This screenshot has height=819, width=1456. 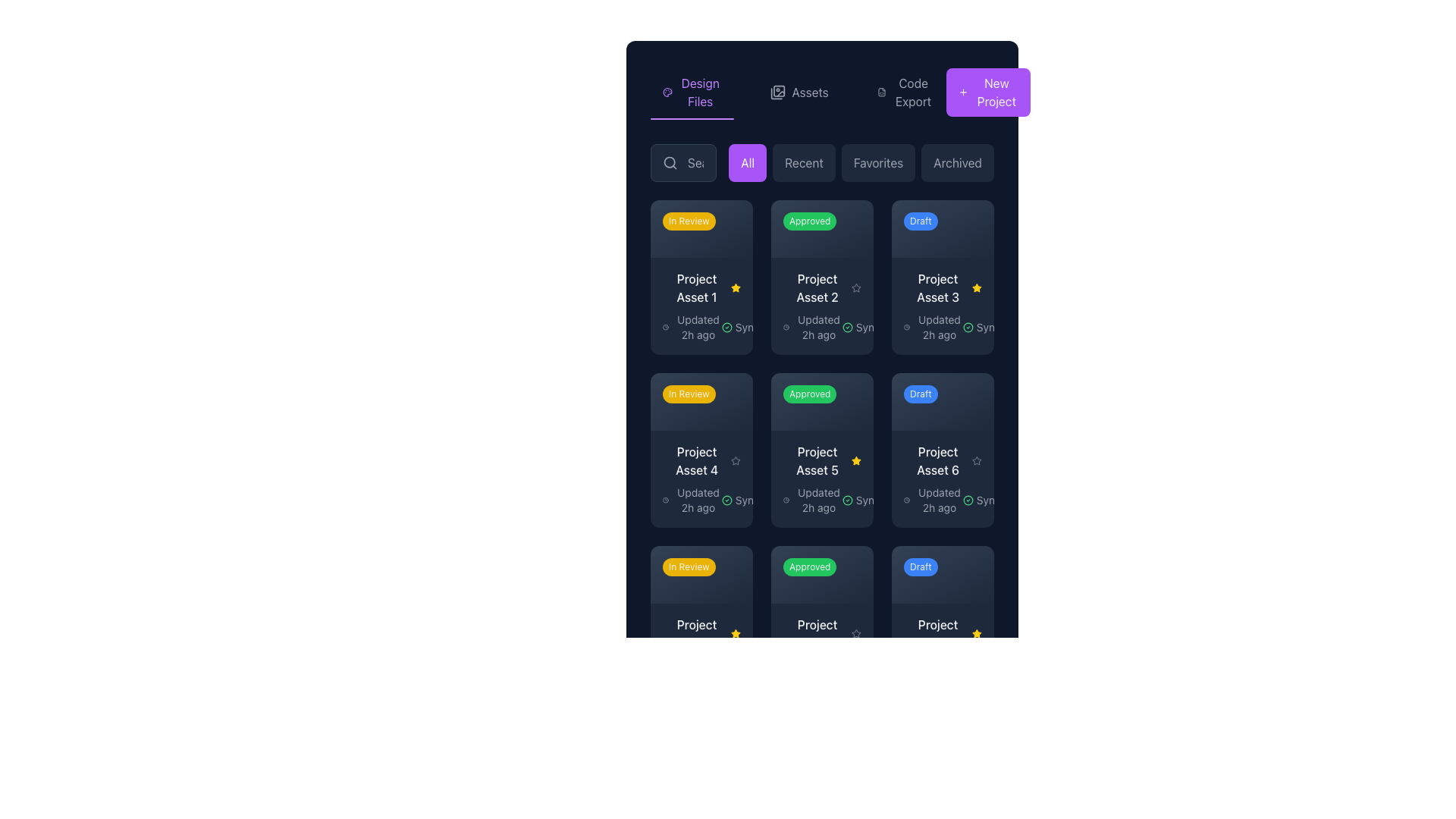 I want to click on the 'Create New Project' button located at the top-right corner of the interface, which is the last button in the navigation bar after 'Design Files', 'Assets', and 'Code Export', to initiate project creation, so click(x=988, y=93).